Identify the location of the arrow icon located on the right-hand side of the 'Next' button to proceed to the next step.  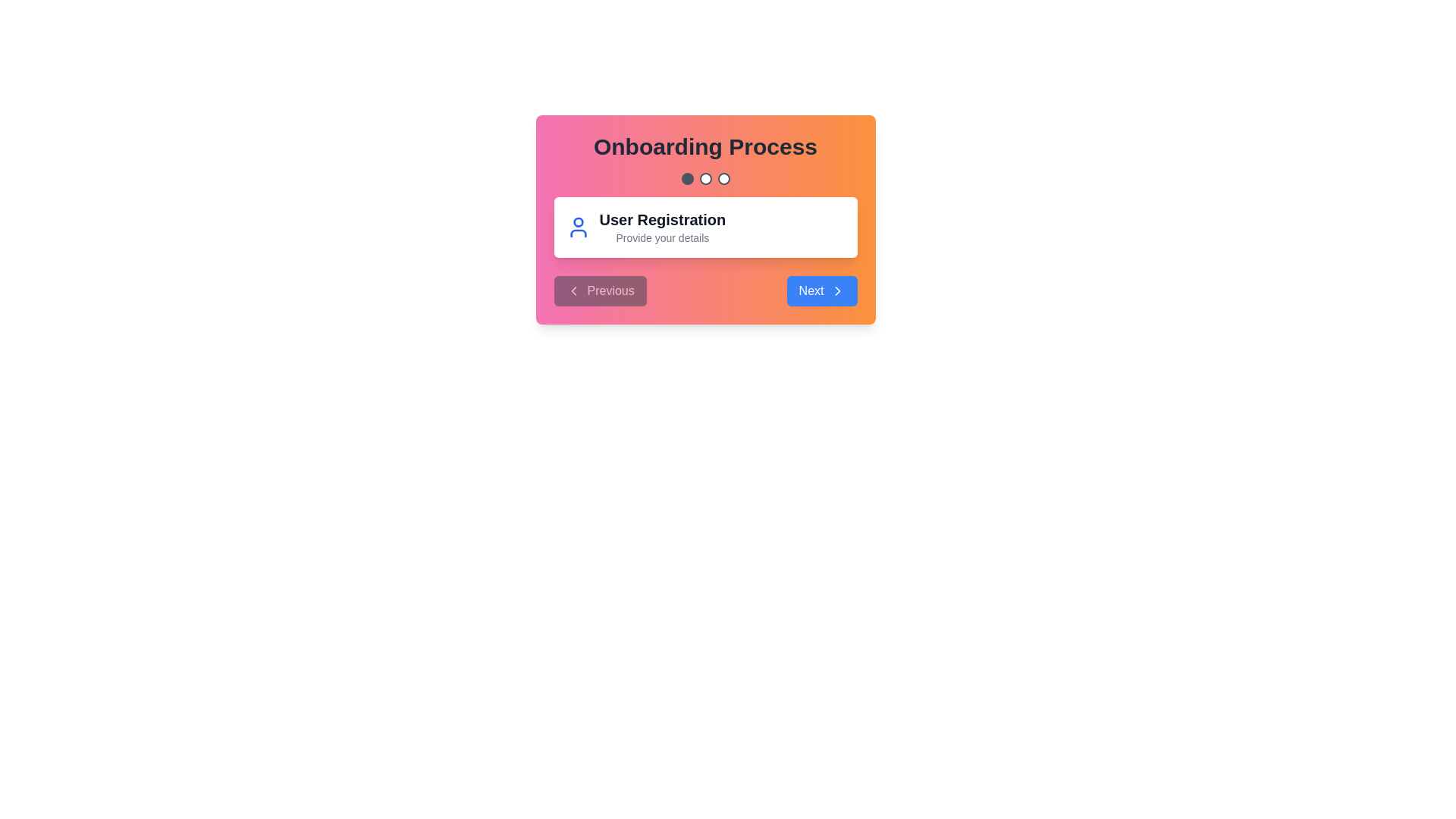
(836, 291).